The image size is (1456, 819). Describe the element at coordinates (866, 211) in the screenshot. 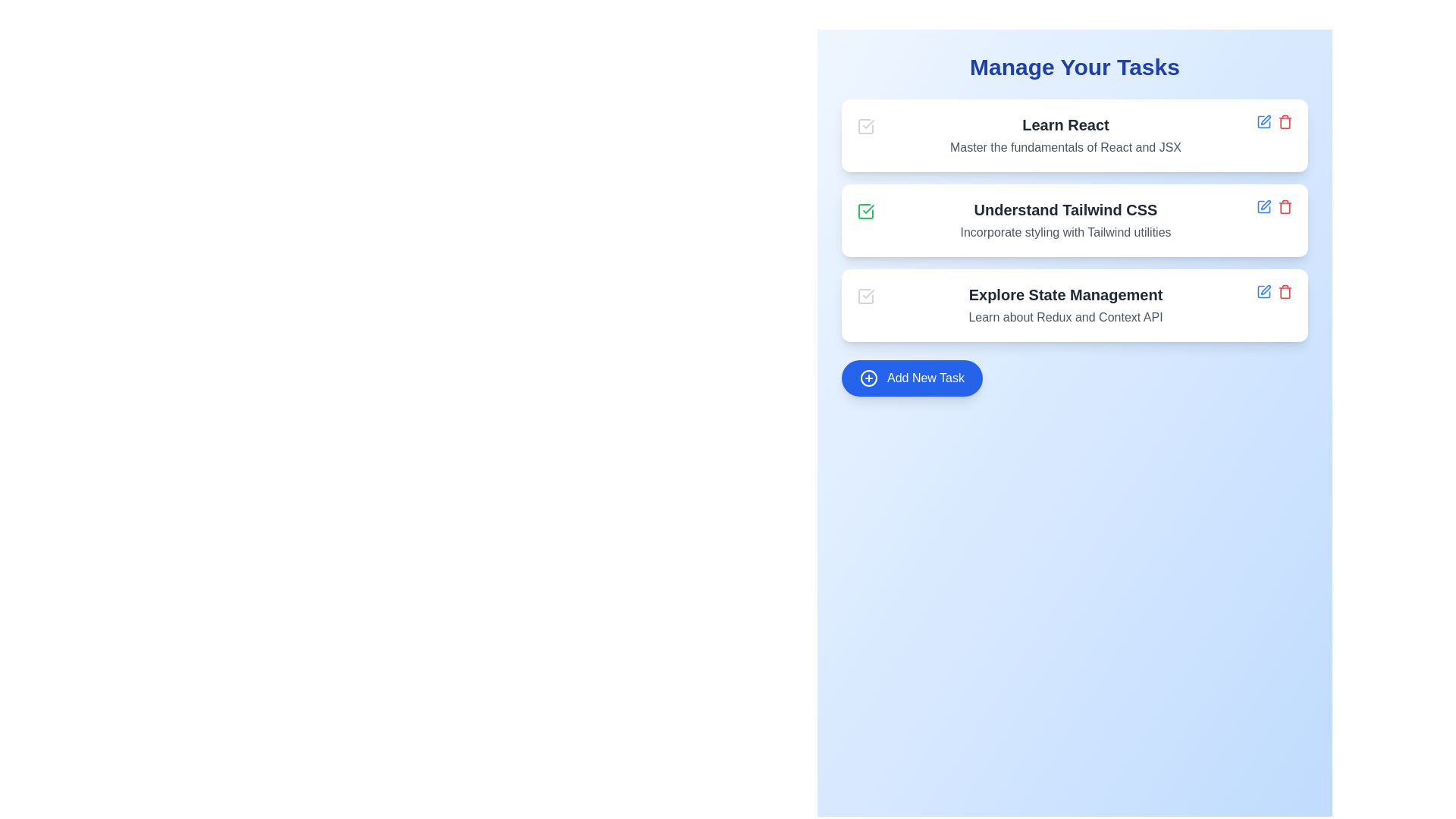

I see `the checkbox graphic indicating the selected state of the task 'Understand Tailwind CSS'` at that location.